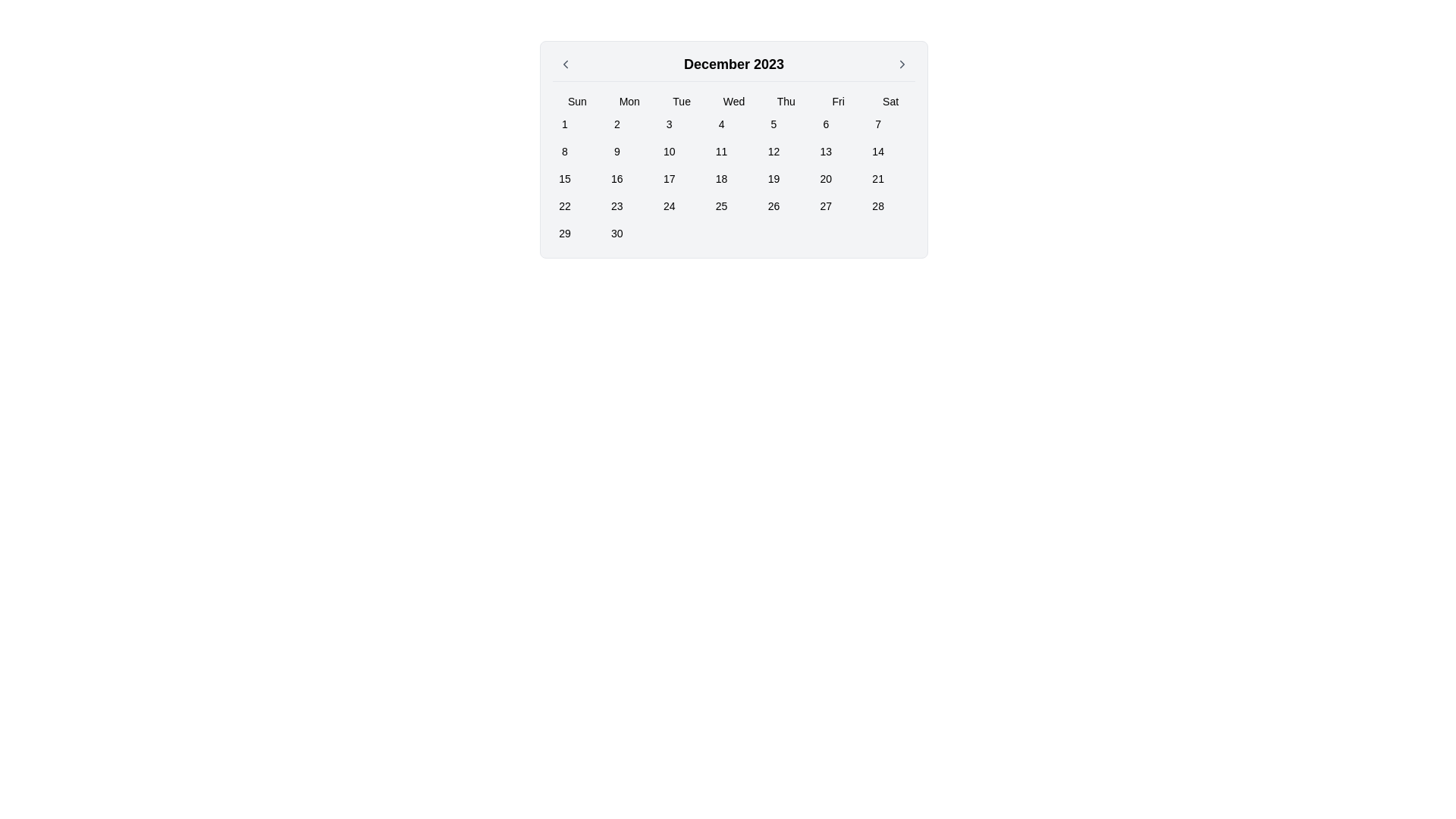  What do you see at coordinates (890, 102) in the screenshot?
I see `the 'Saturday' text label in the calendar interface, which is the last element in the horizontal list of day labels` at bounding box center [890, 102].